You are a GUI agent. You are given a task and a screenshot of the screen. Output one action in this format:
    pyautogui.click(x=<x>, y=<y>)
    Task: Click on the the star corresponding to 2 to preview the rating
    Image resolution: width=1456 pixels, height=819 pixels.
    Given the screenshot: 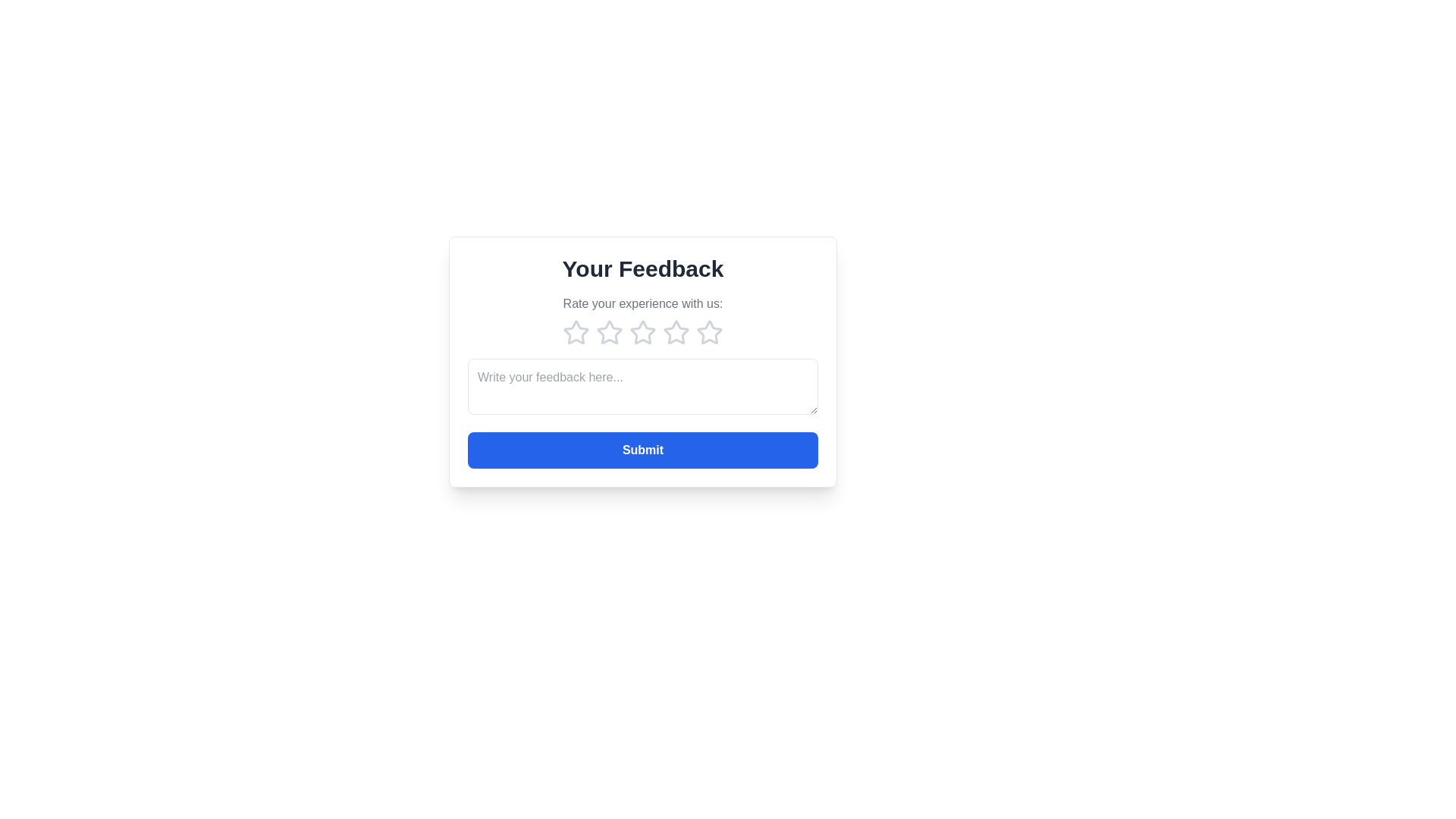 What is the action you would take?
    pyautogui.click(x=610, y=332)
    